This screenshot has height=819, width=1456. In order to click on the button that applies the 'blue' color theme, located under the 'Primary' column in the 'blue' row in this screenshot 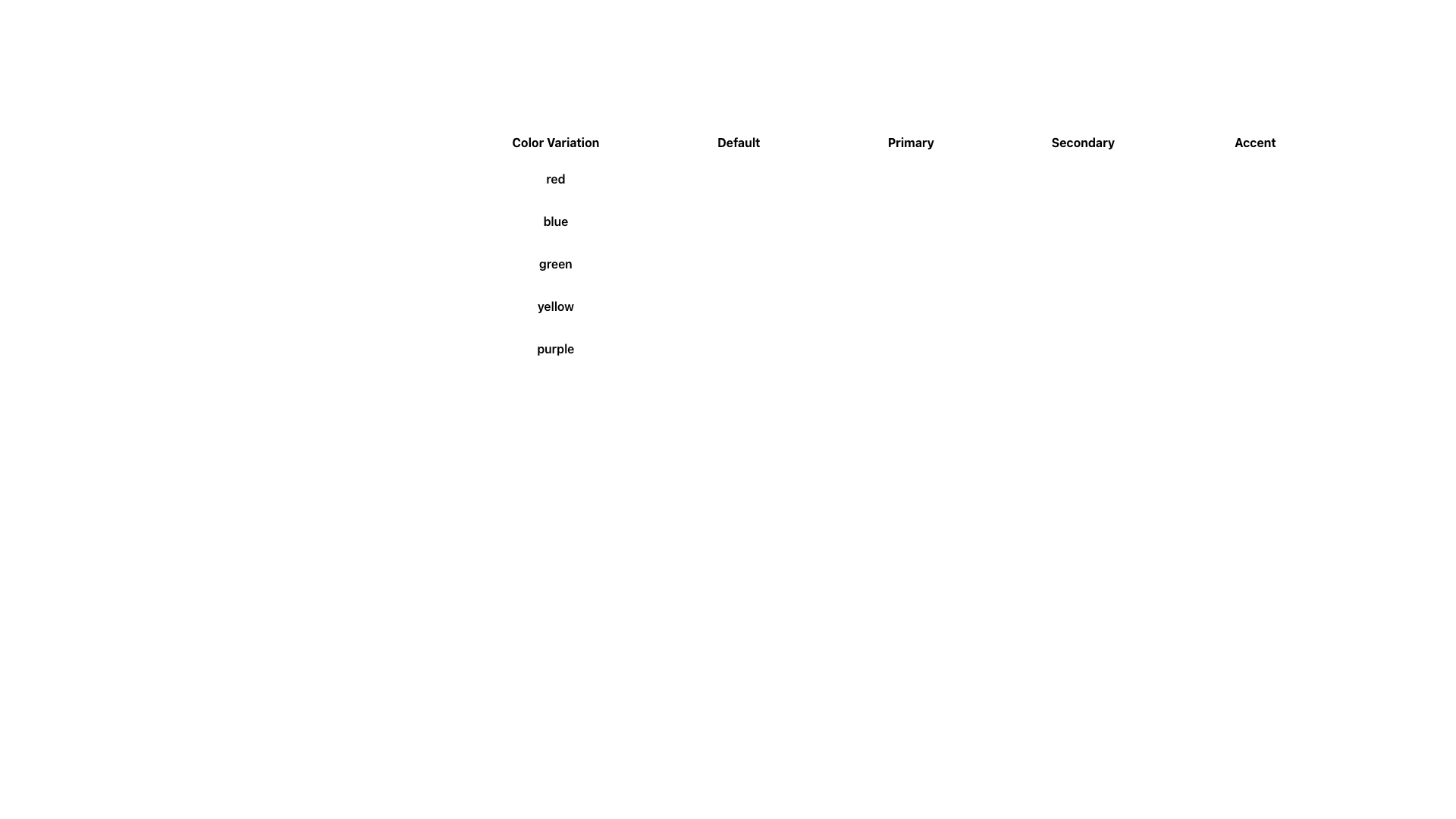, I will do `click(868, 221)`.